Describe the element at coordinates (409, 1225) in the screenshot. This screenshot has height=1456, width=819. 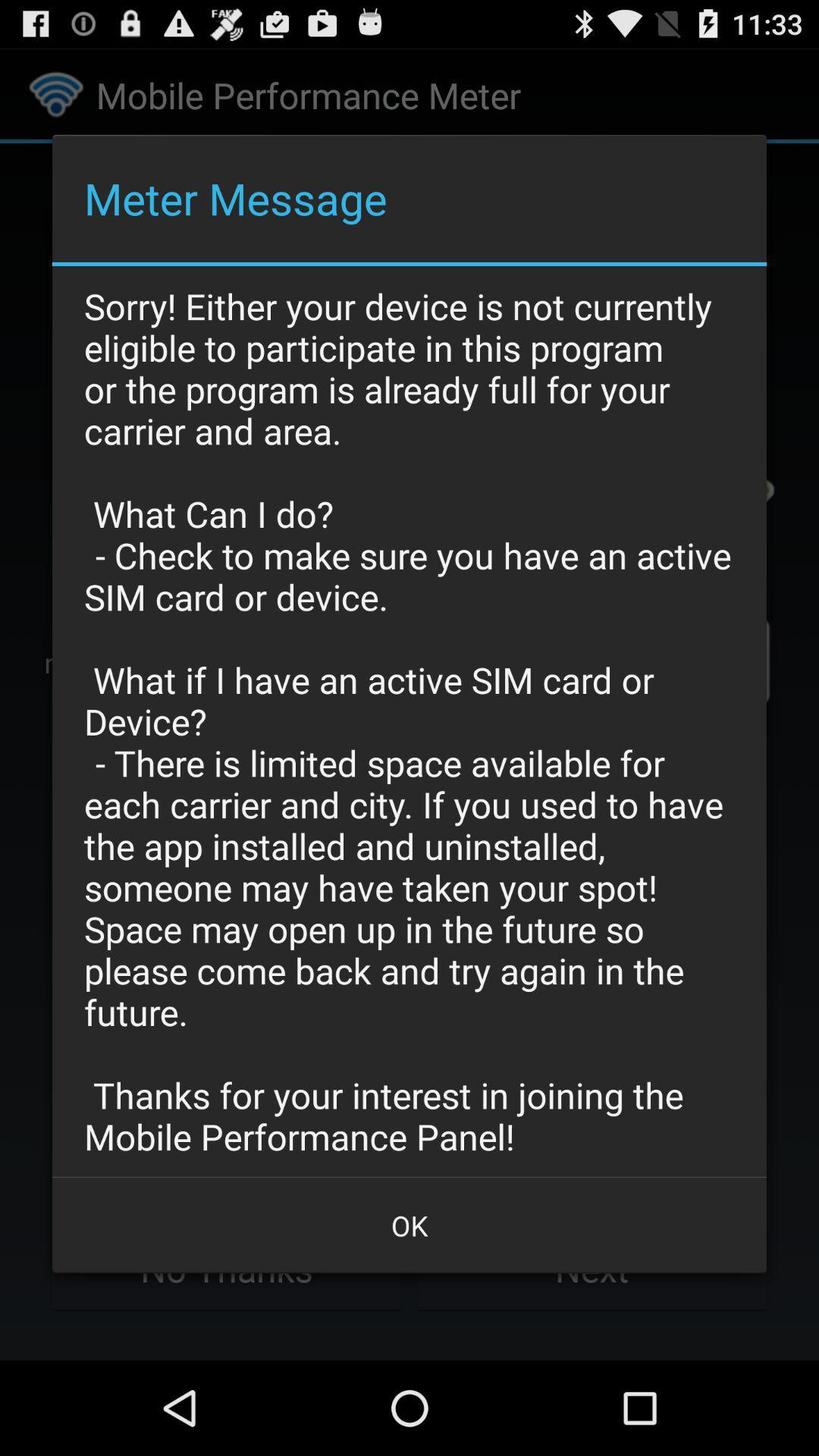
I see `the icon below sorry either your` at that location.